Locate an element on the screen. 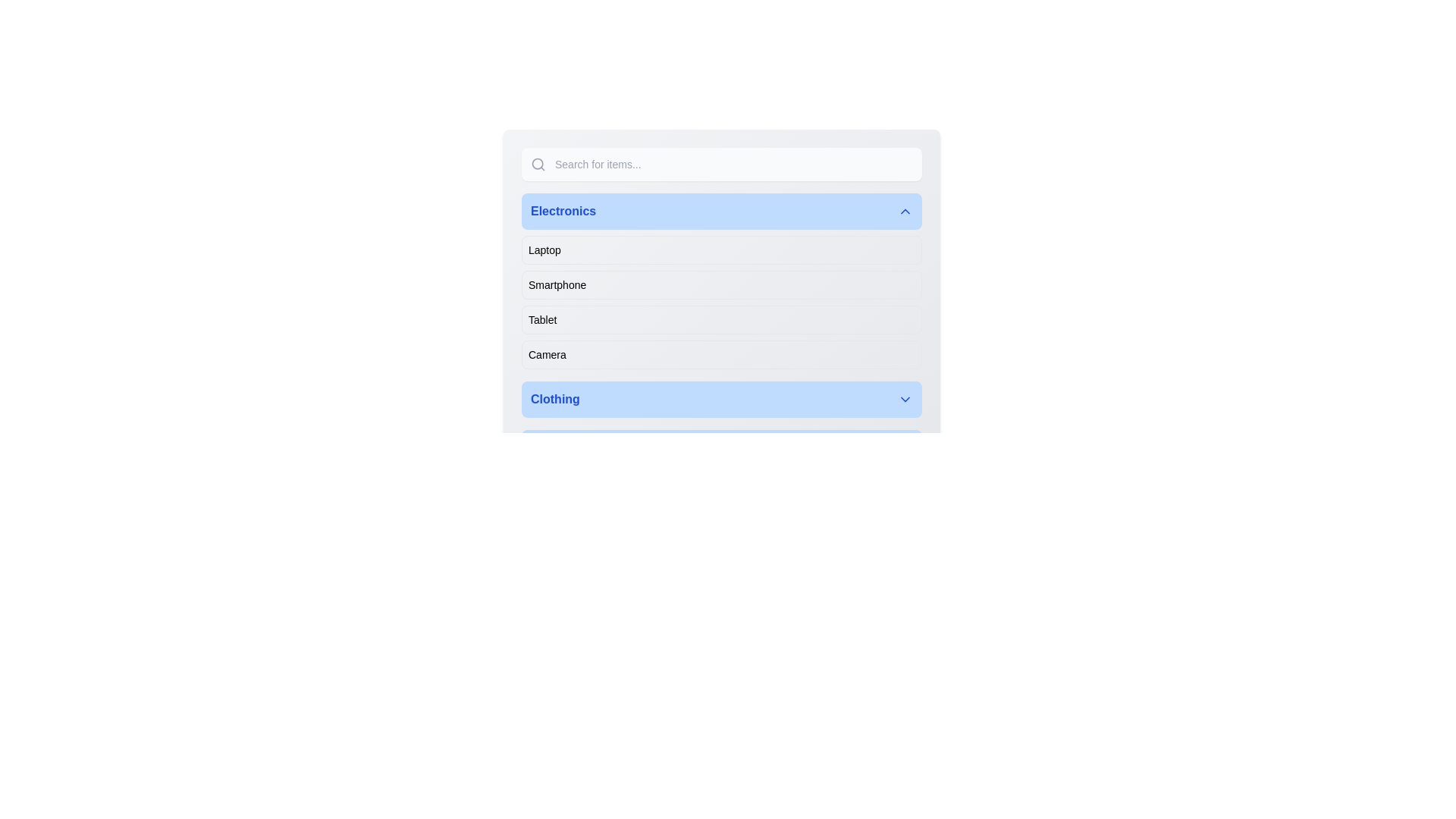 This screenshot has height=819, width=1456. the 'Smartphone' category text label within the selectable list item in the 'Electronics' section for keyboard navigation is located at coordinates (557, 284).